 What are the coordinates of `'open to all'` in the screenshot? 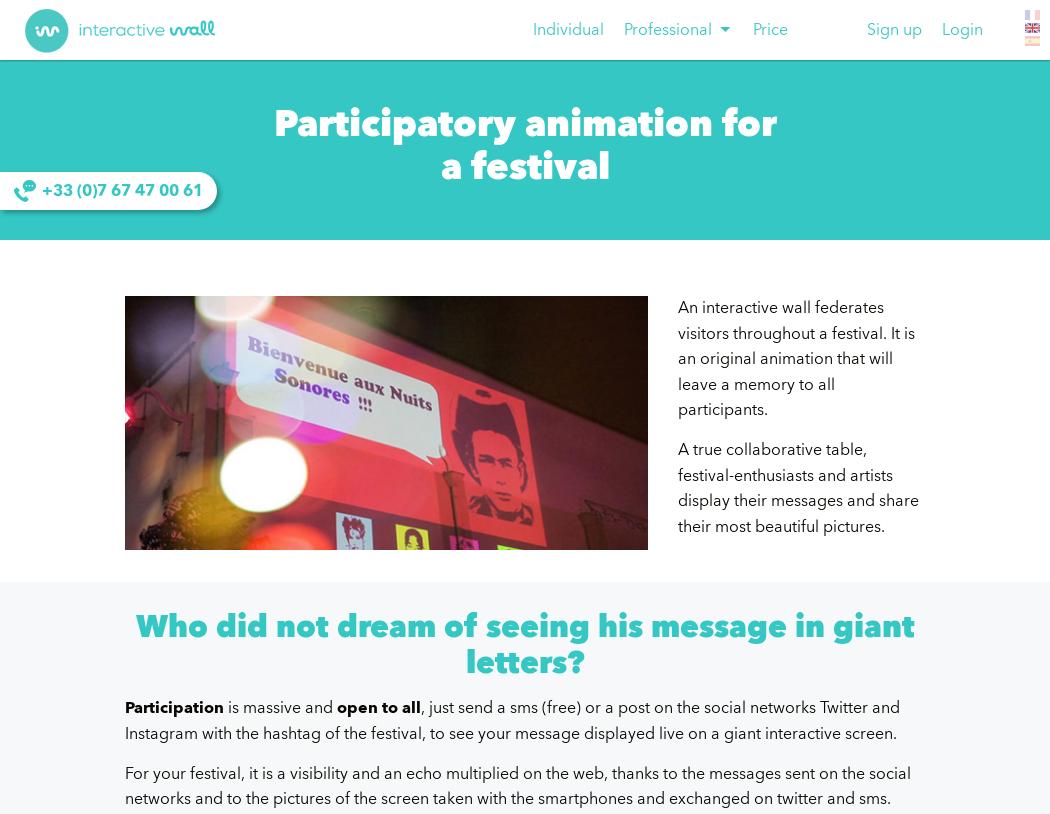 It's located at (337, 708).